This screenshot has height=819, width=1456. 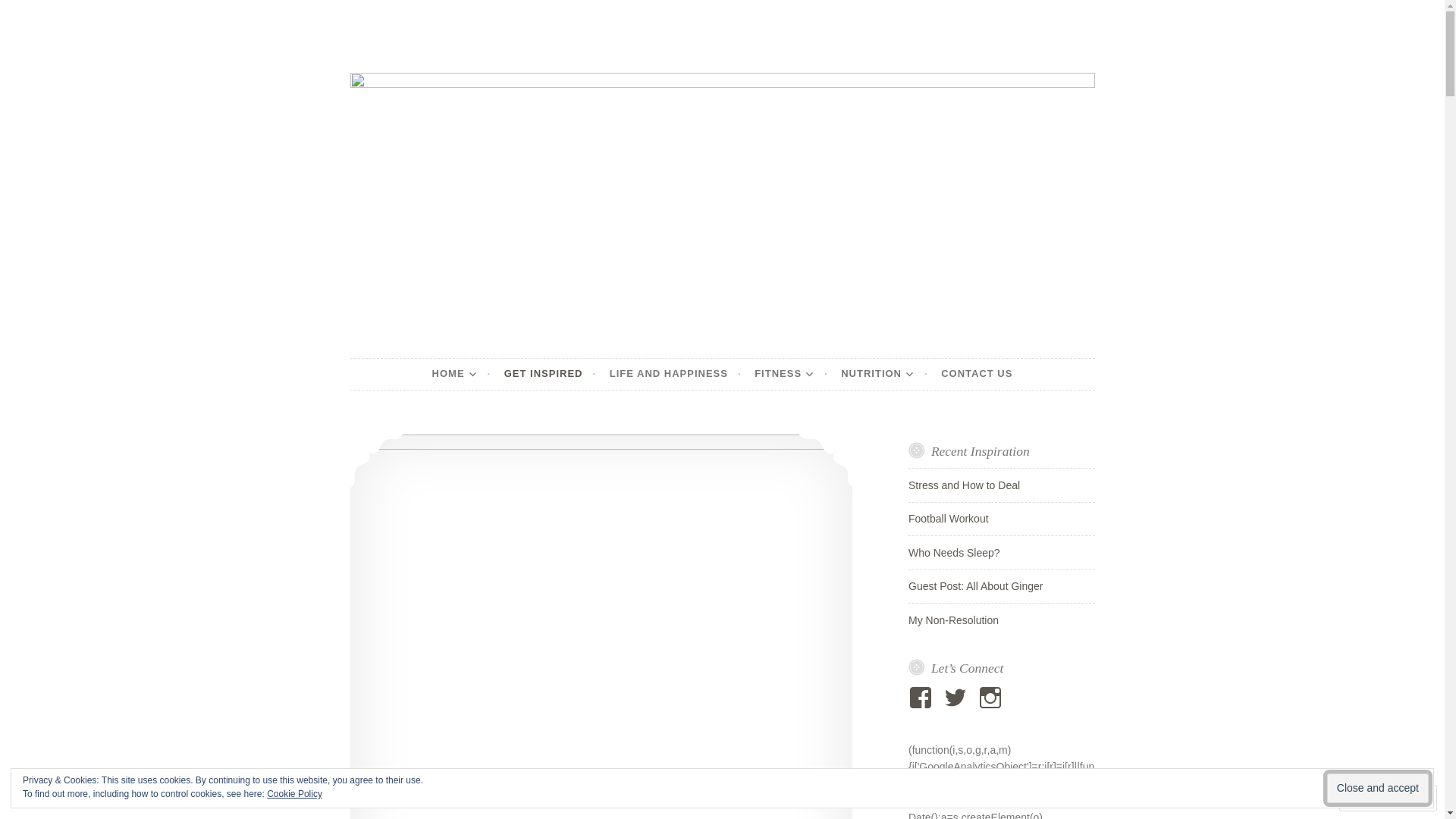 I want to click on 'Close and accept', so click(x=1378, y=787).